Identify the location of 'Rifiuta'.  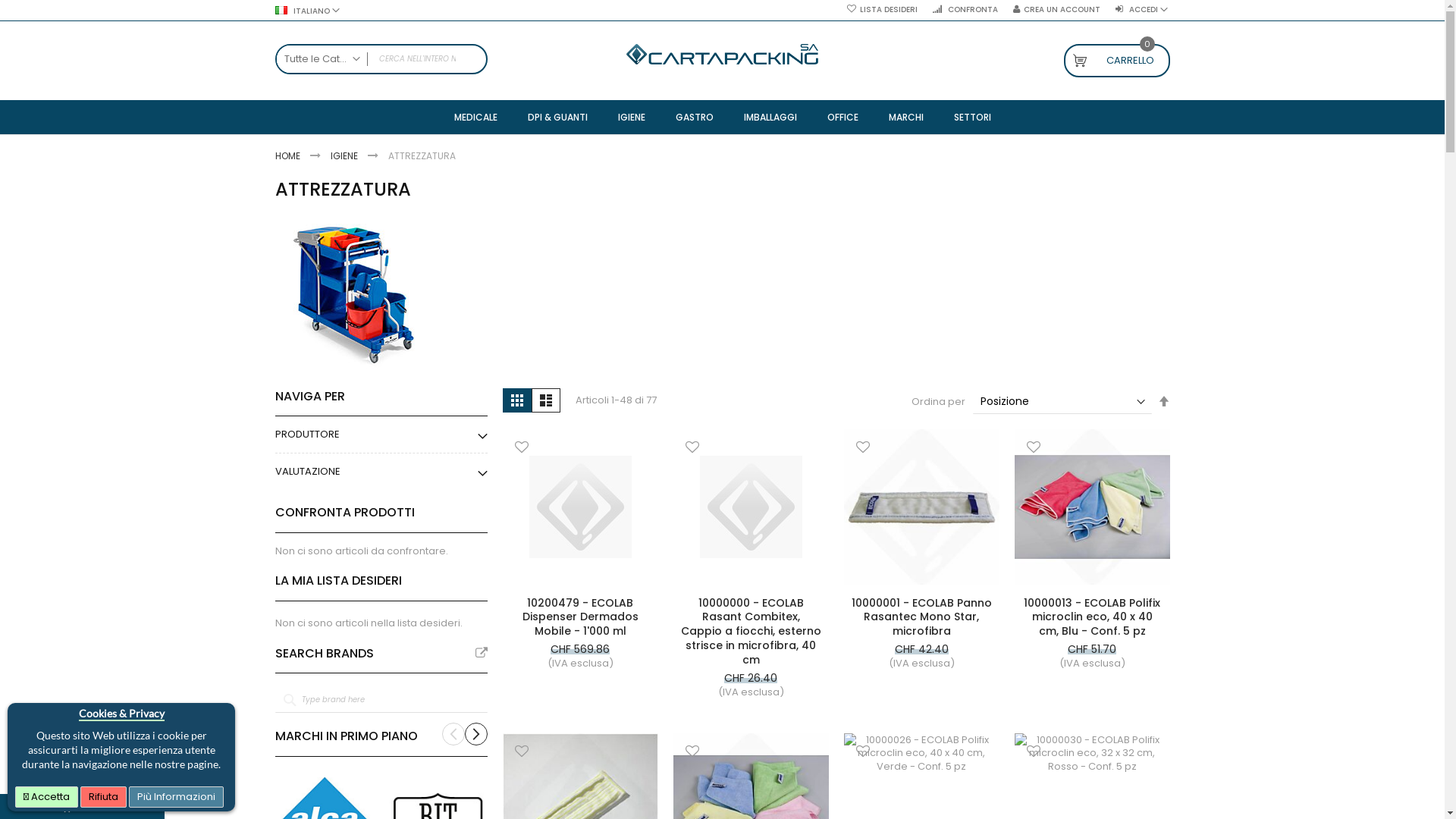
(102, 795).